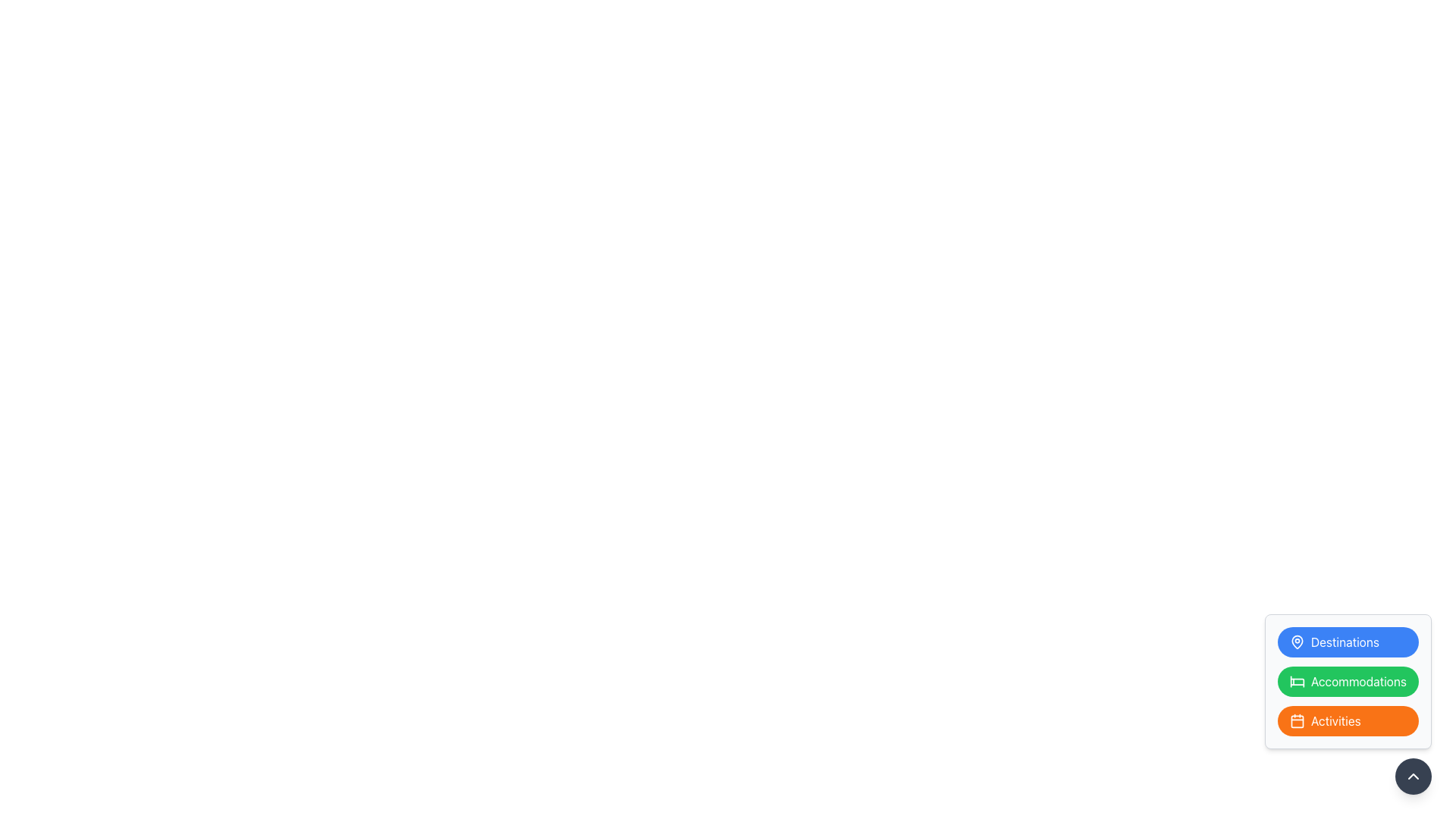  I want to click on the third button in a vertical stack, located below the green 'Accommodations' button, so click(1348, 704).